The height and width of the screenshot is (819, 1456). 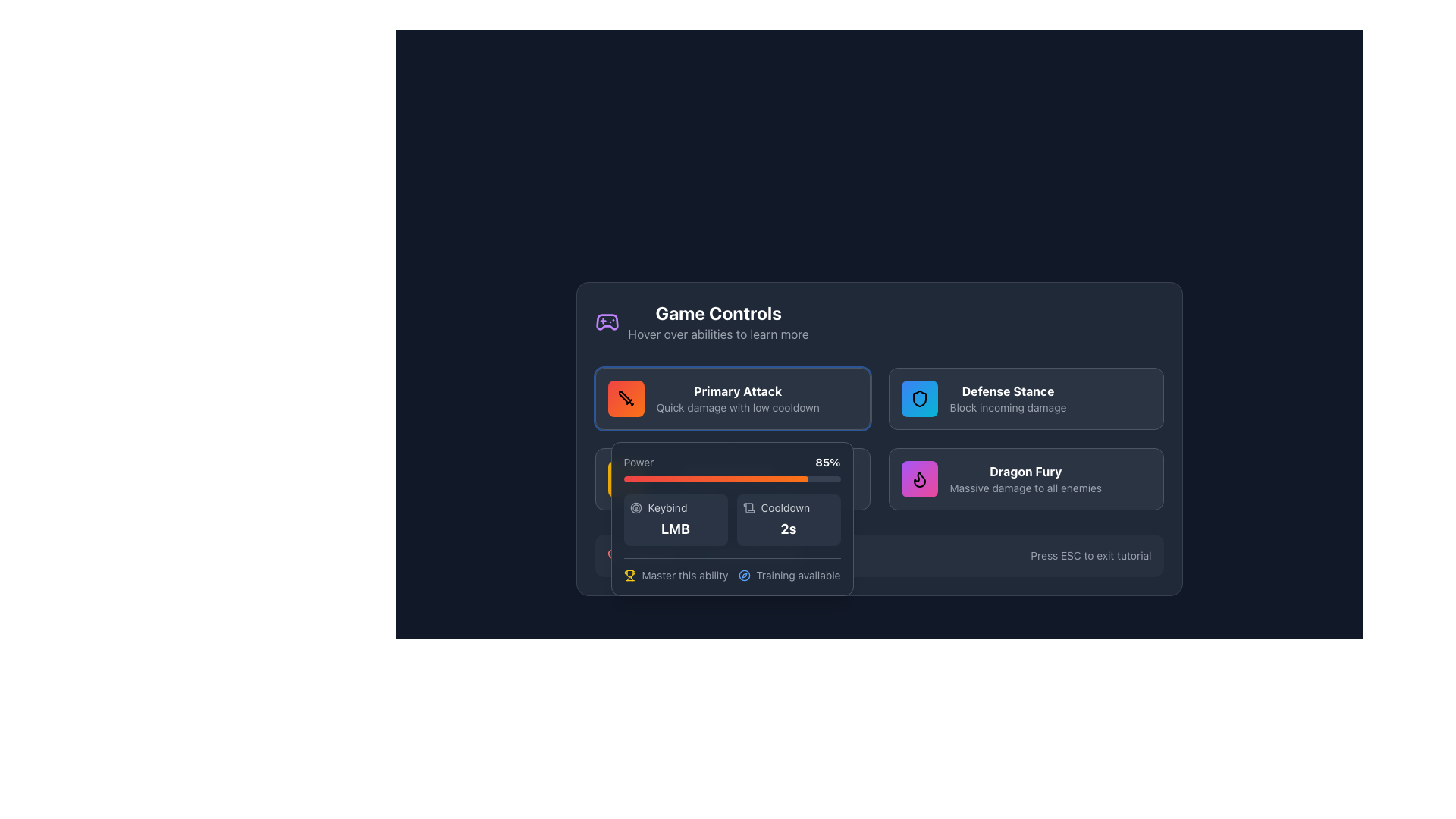 What do you see at coordinates (717, 312) in the screenshot?
I see `the heading element that contains the text 'Game Controls' in a bold, large font located at the top of the section` at bounding box center [717, 312].